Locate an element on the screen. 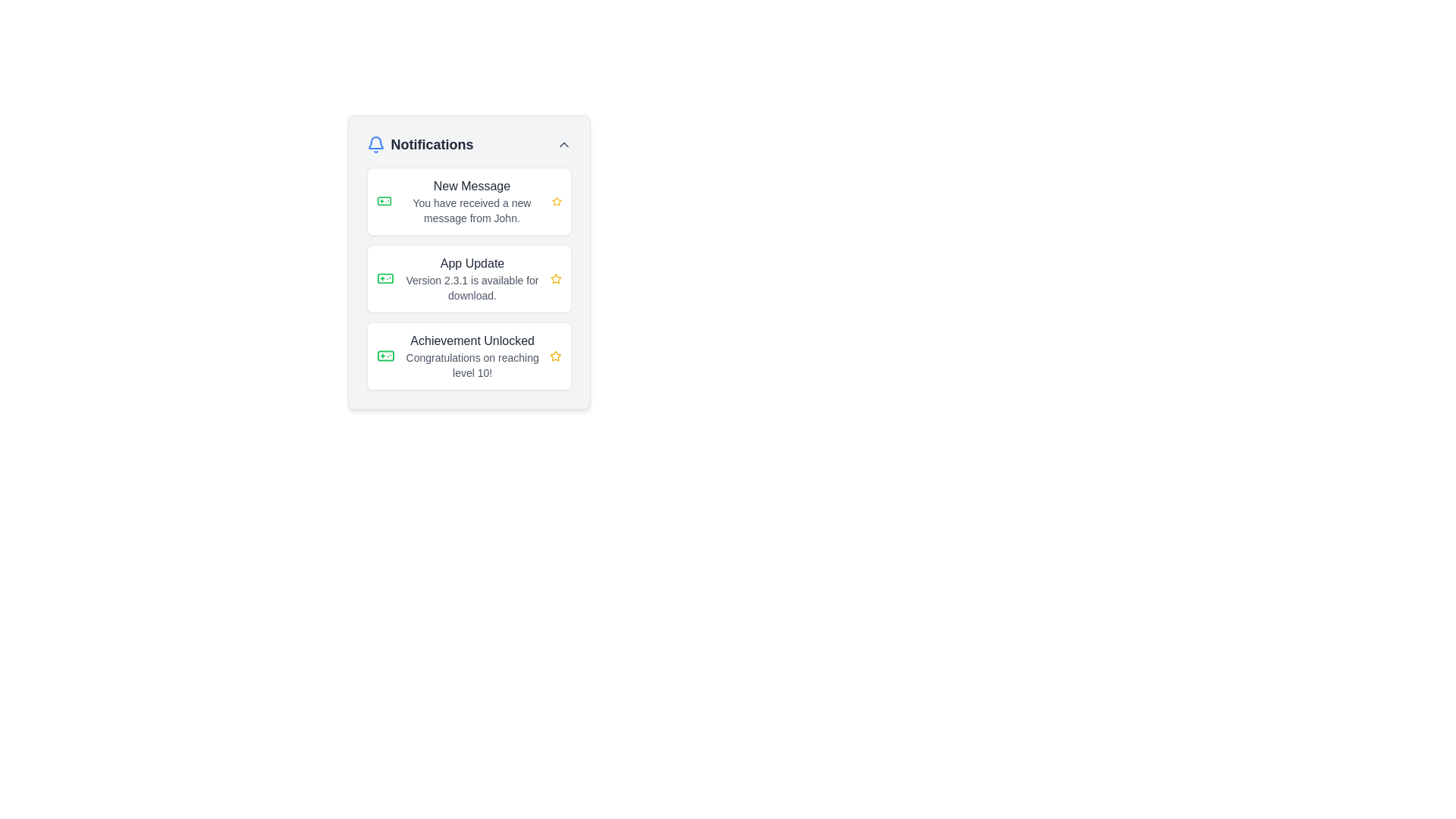  the star-shaped icon with a golden-yellow outline is located at coordinates (555, 278).